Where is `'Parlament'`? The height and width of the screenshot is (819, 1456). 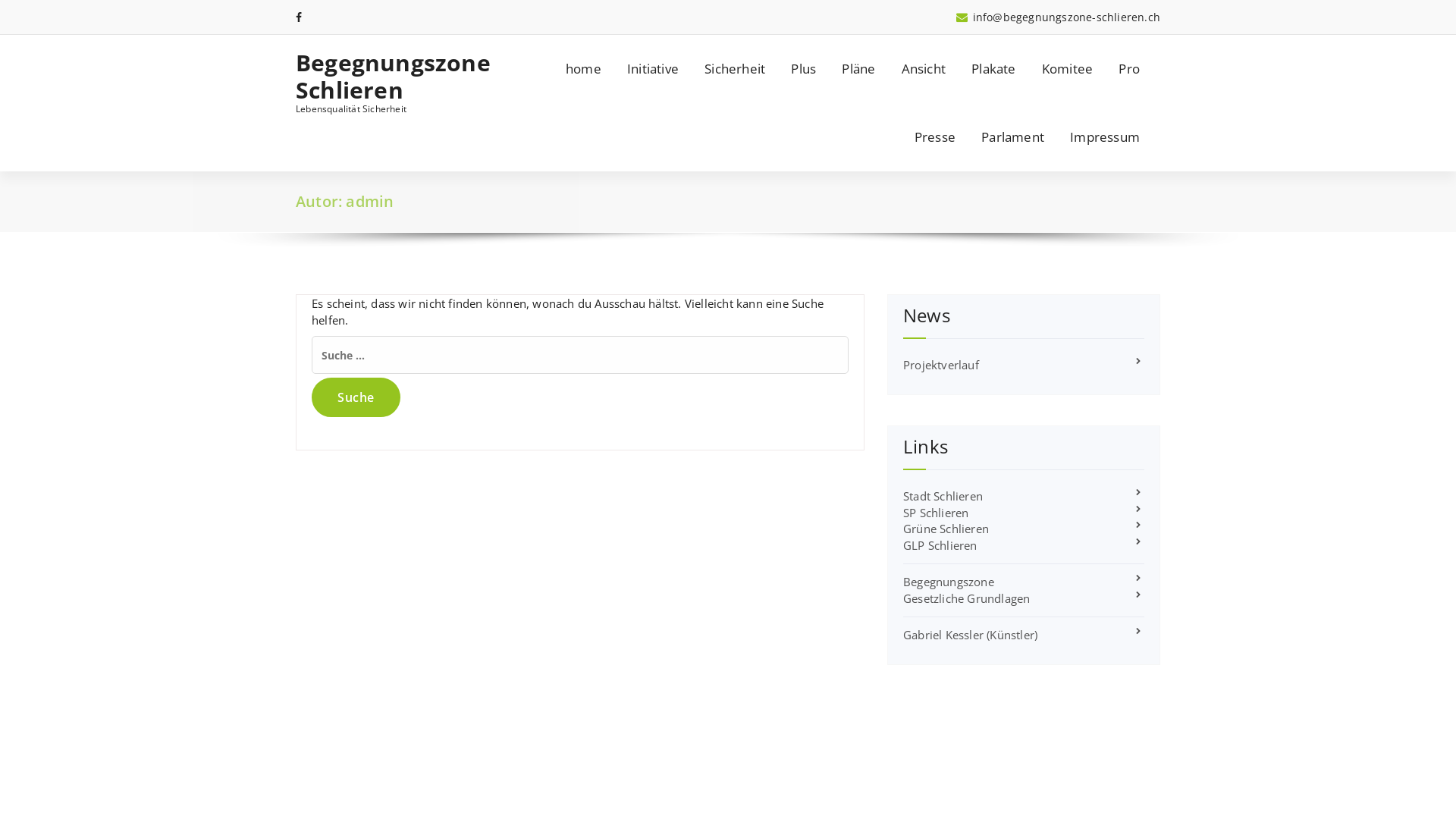
'Parlament' is located at coordinates (1012, 137).